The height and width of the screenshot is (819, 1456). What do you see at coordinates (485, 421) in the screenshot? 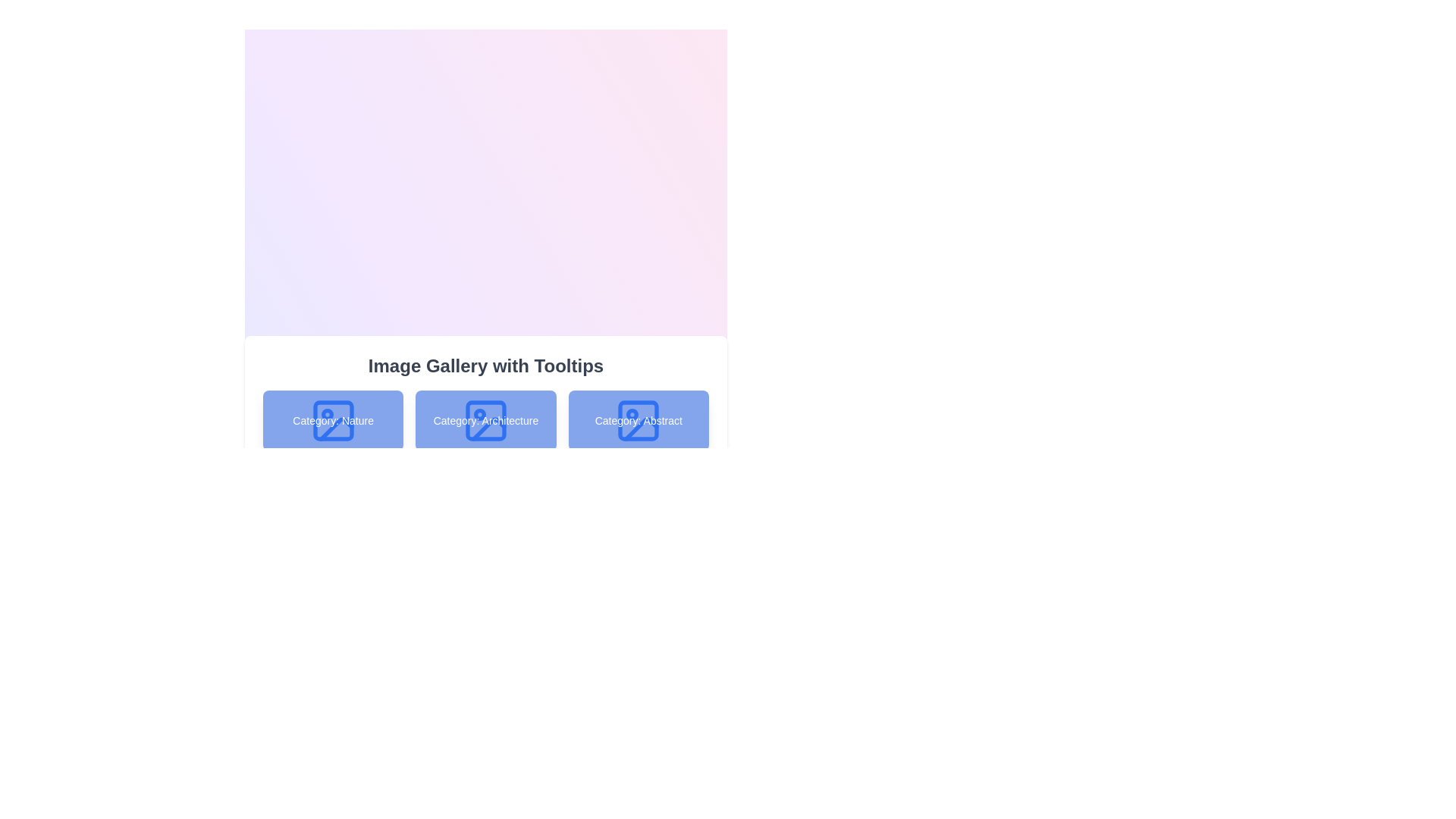
I see `the rectangular button with a blue background labeled 'Category: Architecture'` at bounding box center [485, 421].